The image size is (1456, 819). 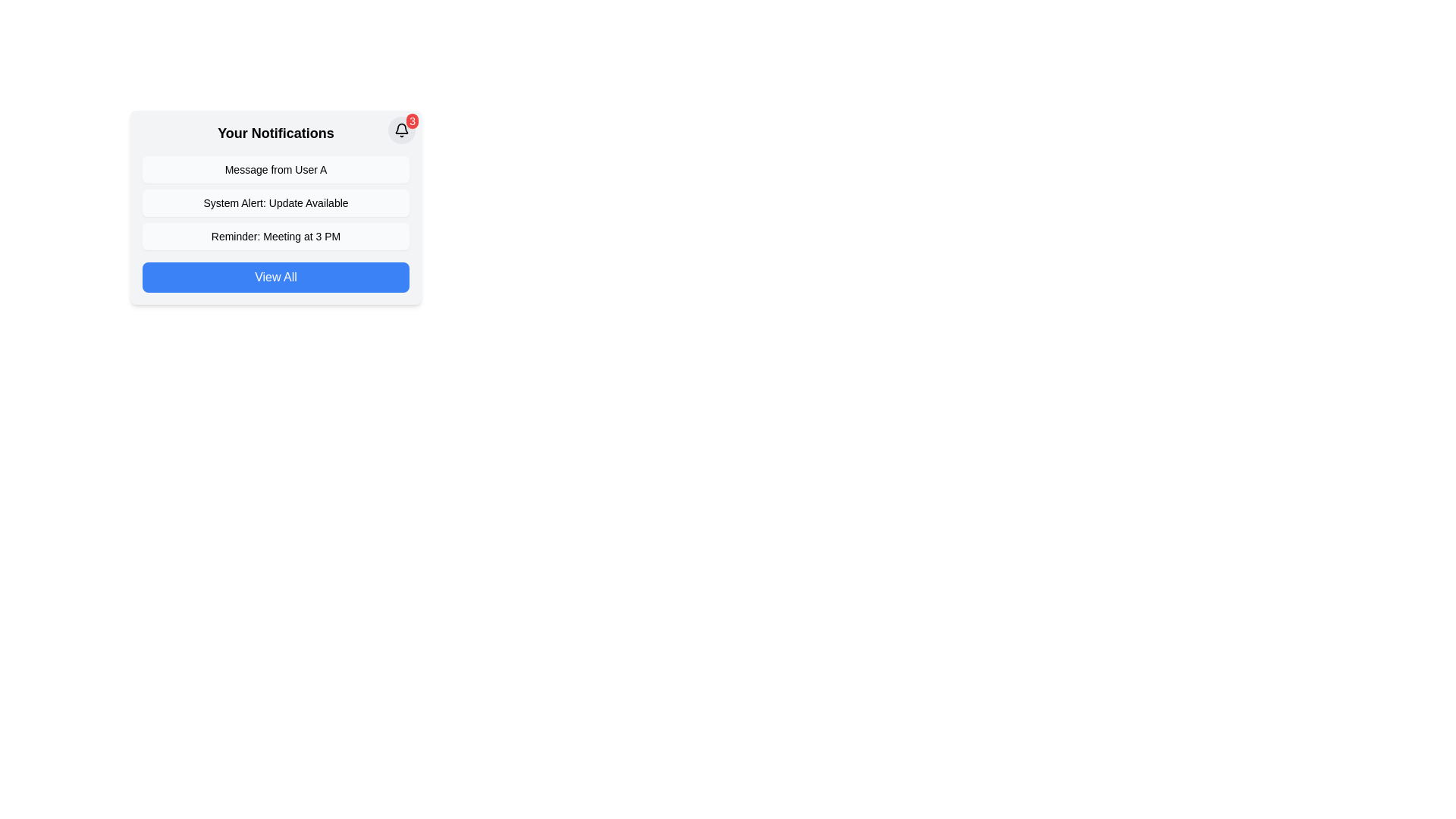 What do you see at coordinates (401, 130) in the screenshot?
I see `the notification indicator badge located in the top-right corner of the notification card to view notifications` at bounding box center [401, 130].